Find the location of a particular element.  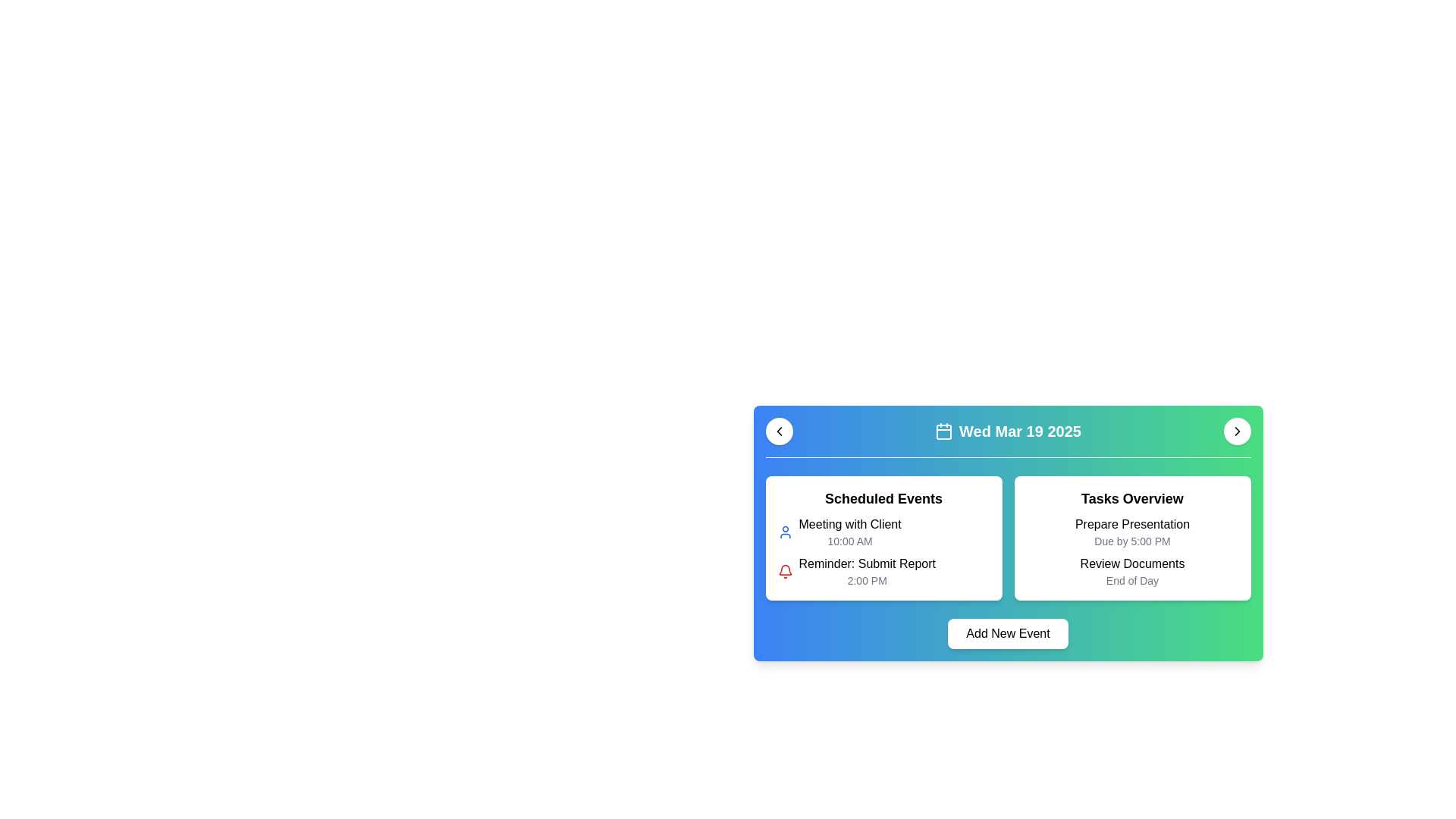

the static text label displaying the time information for the scheduled meeting titled 'Meeting with Client', which is located directly below the meeting title within the 'Scheduled Events' card is located at coordinates (850, 540).